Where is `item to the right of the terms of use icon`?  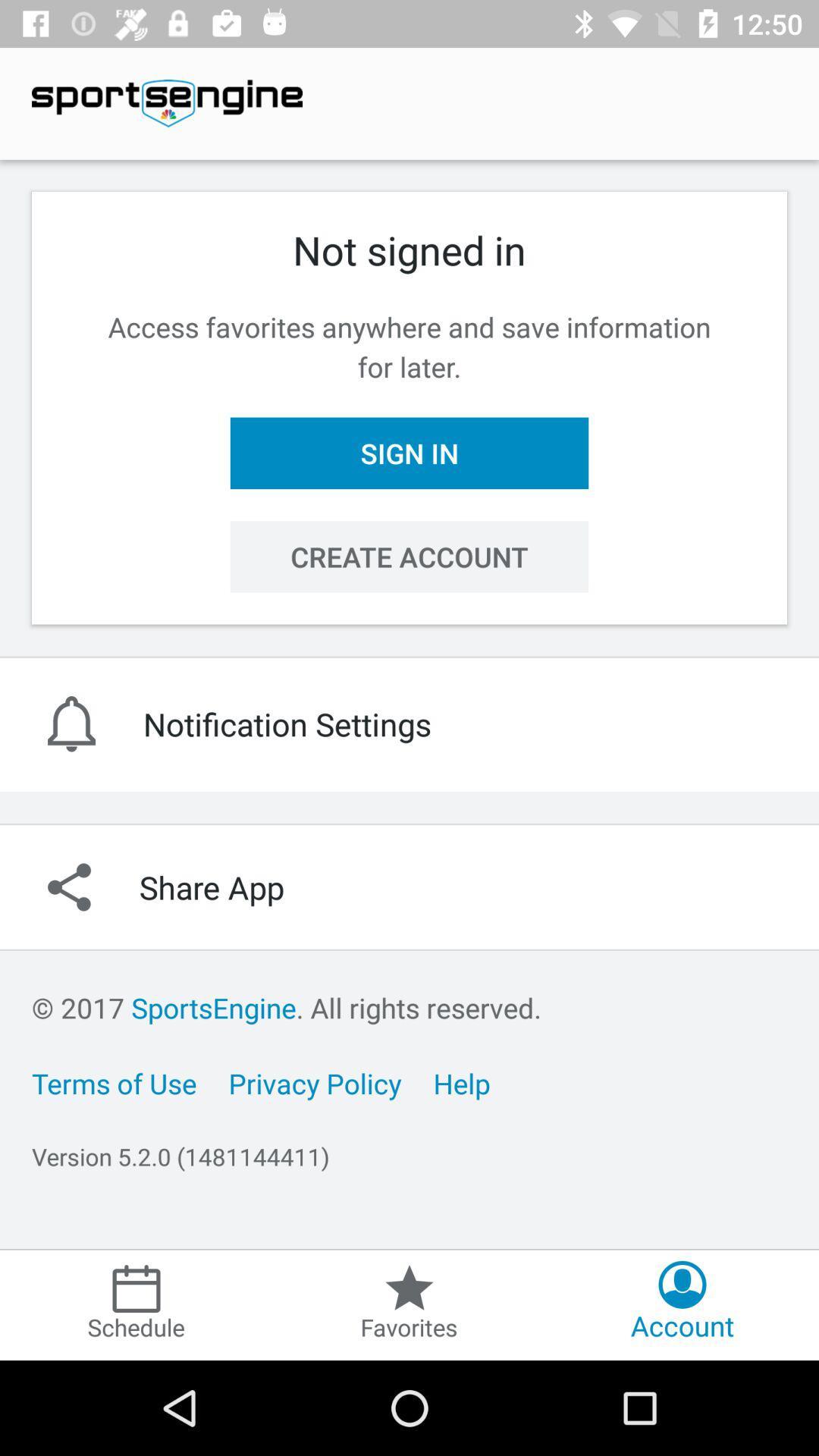
item to the right of the terms of use icon is located at coordinates (314, 1082).